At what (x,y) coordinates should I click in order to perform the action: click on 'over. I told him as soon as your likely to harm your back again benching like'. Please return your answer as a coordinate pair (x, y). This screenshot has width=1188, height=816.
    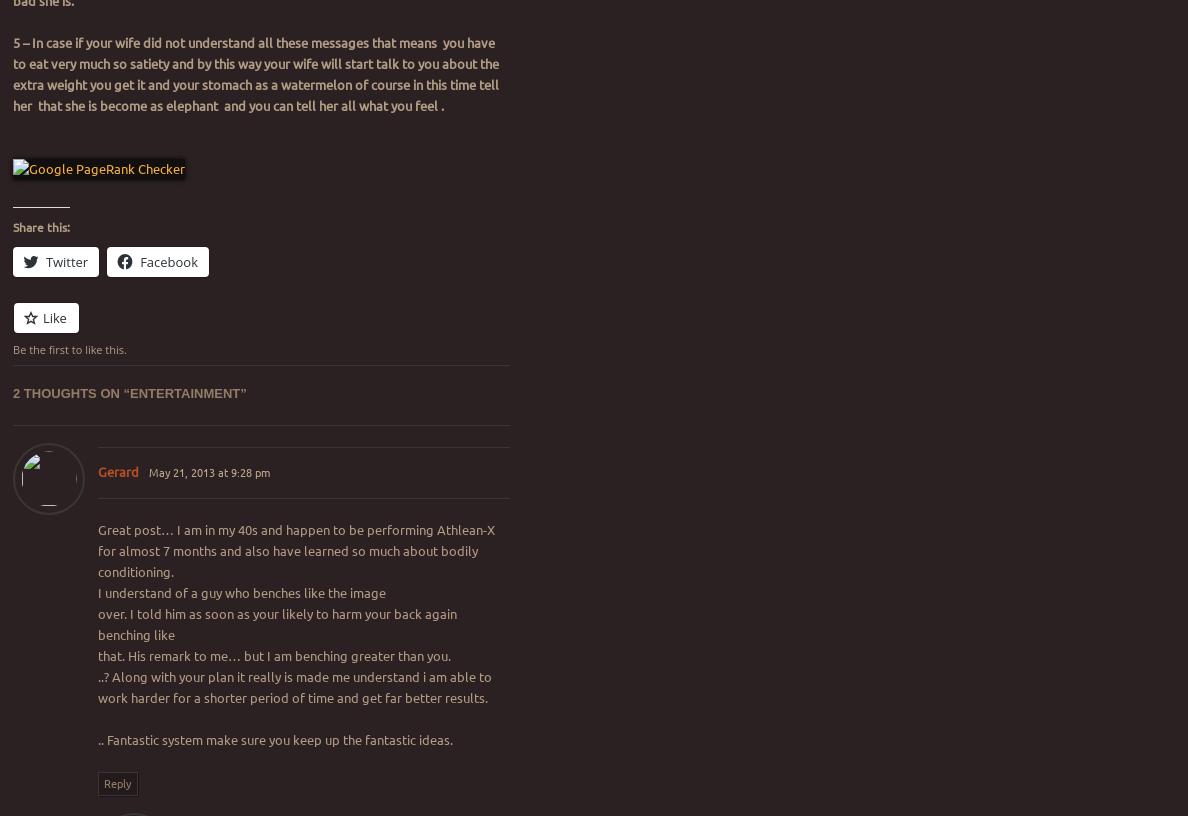
    Looking at the image, I should click on (276, 622).